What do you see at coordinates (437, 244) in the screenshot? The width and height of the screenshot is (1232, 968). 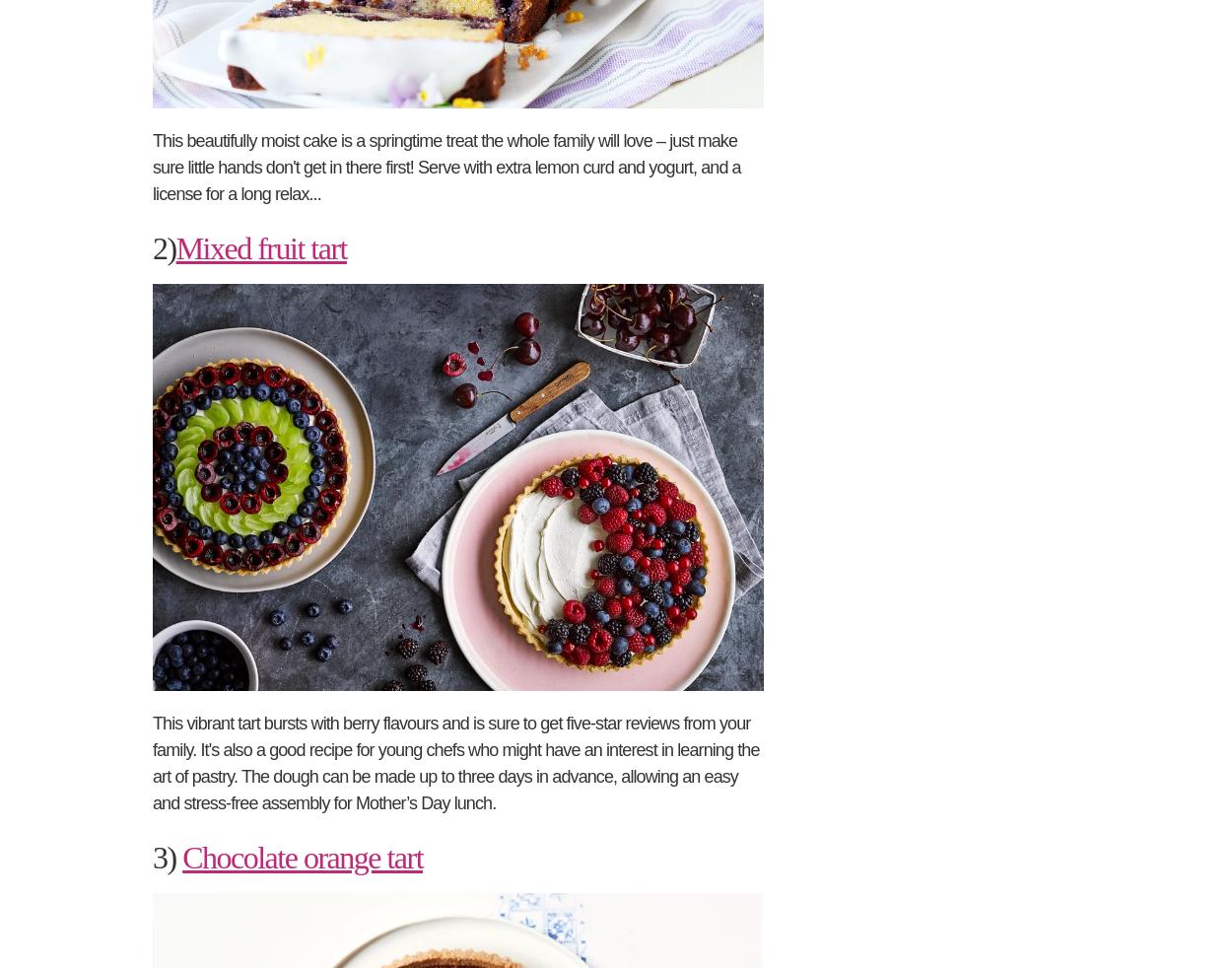 I see `'Dietary needs'` at bounding box center [437, 244].